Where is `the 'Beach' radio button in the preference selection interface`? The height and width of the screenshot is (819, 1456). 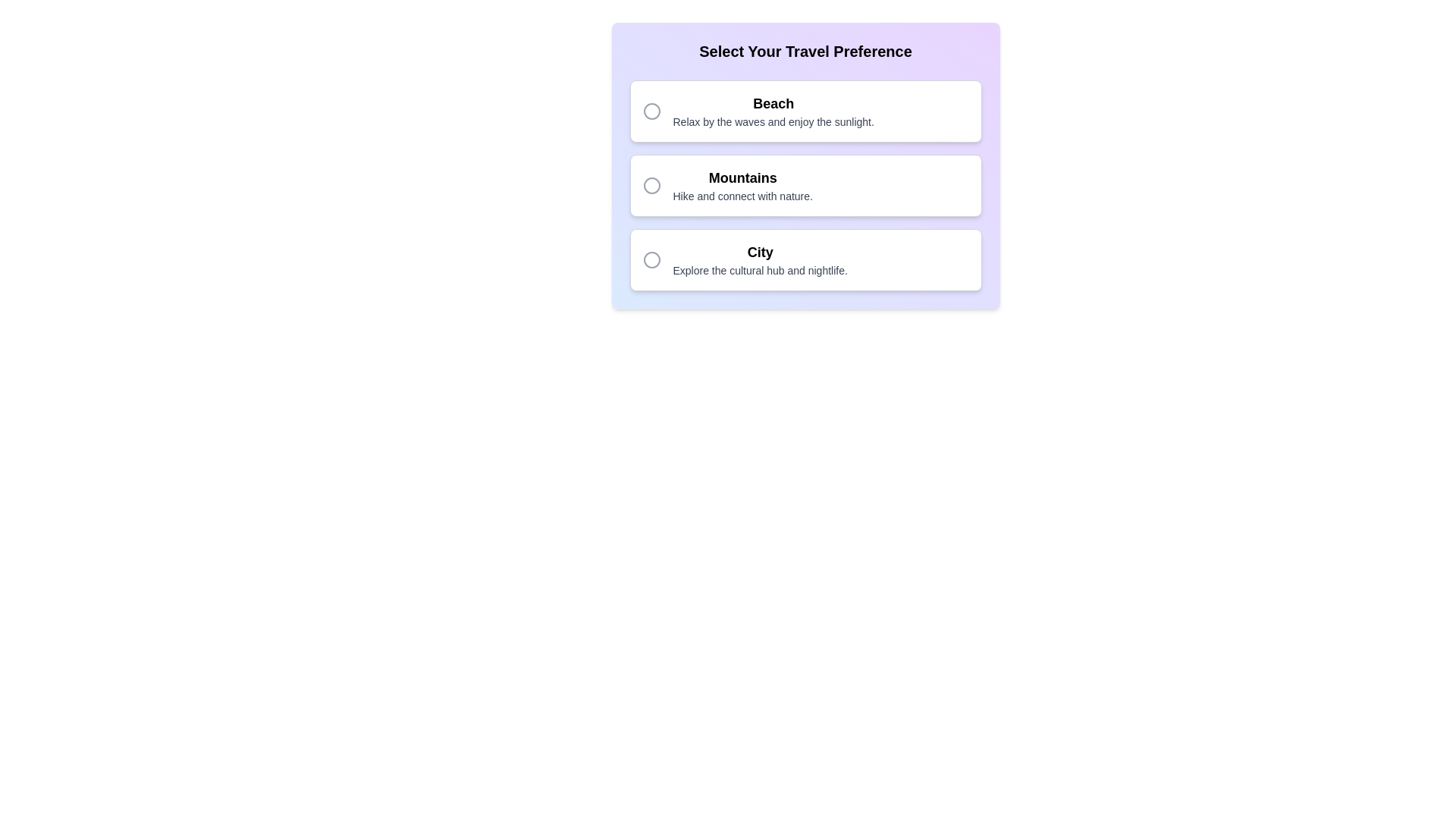
the 'Beach' radio button in the preference selection interface is located at coordinates (651, 110).